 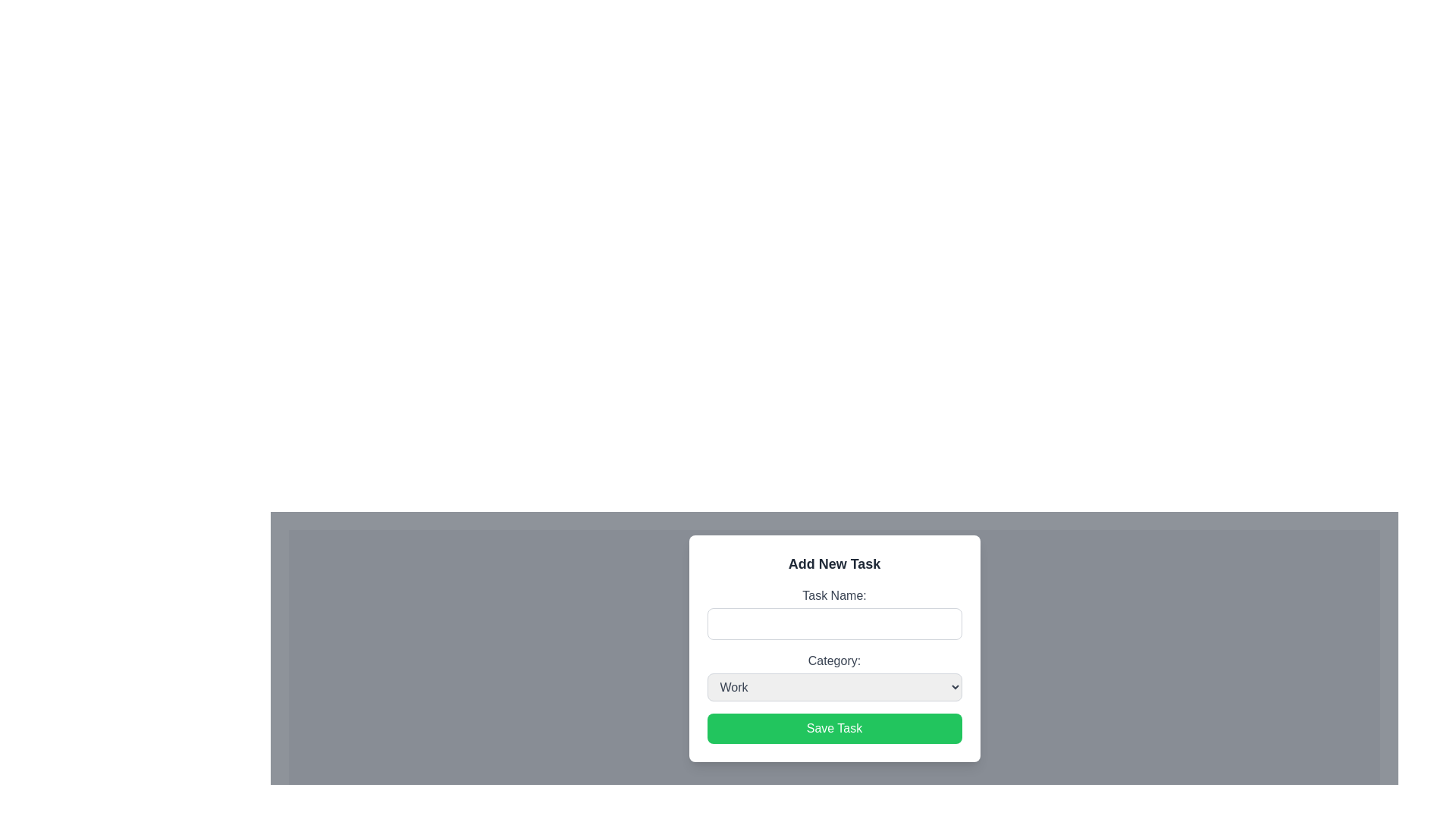 What do you see at coordinates (833, 687) in the screenshot?
I see `the dropdown menu that allows the user to select a category, currently showing 'Work'` at bounding box center [833, 687].